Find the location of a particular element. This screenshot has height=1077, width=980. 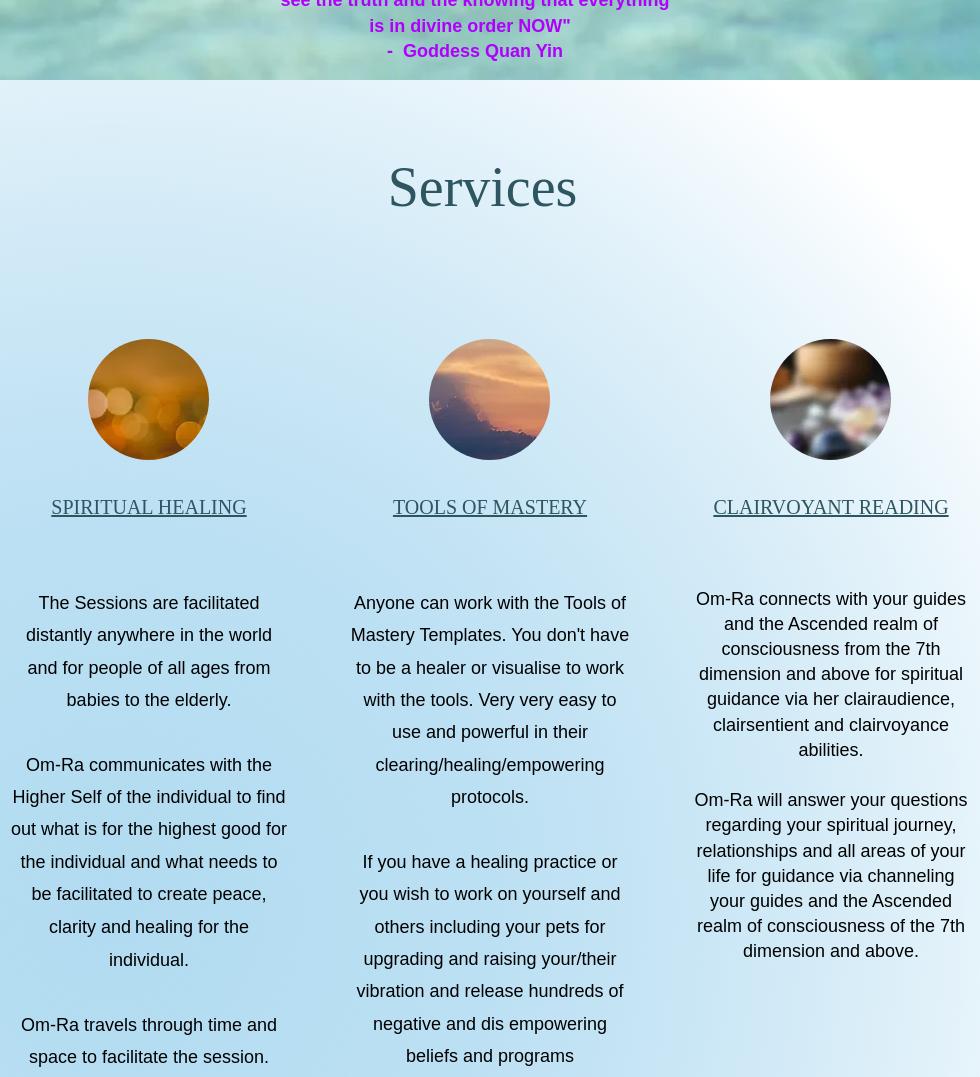

'healing for the individual.' is located at coordinates (178, 942).